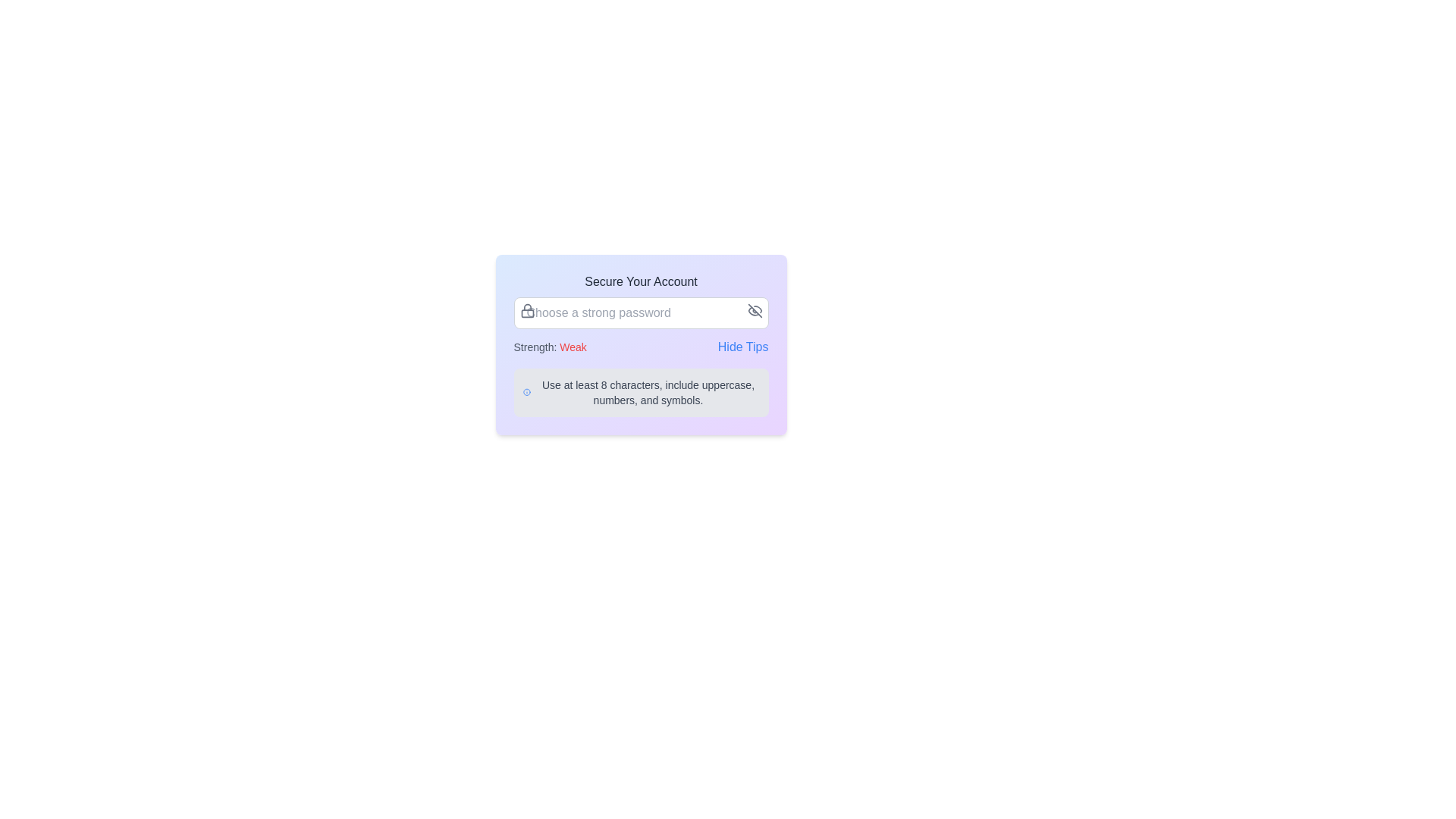 This screenshot has width=1456, height=819. What do you see at coordinates (641, 391) in the screenshot?
I see `guidelines from the informational text area with the icon, which states 'Use at least 8 characters, include uppercase, numbers, and symbols.'` at bounding box center [641, 391].